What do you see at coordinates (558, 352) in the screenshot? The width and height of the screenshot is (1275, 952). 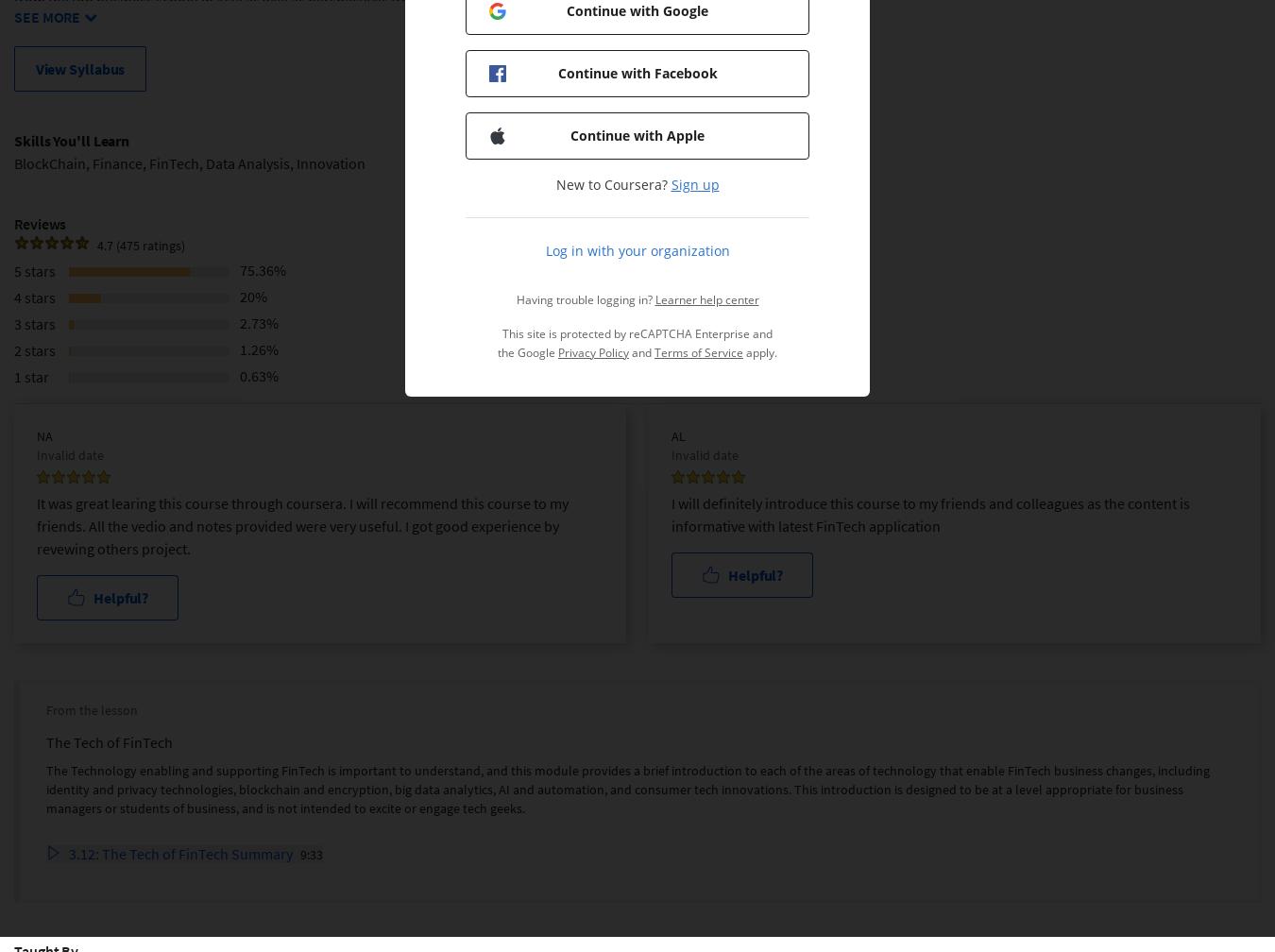 I see `'Privacy Policy'` at bounding box center [558, 352].